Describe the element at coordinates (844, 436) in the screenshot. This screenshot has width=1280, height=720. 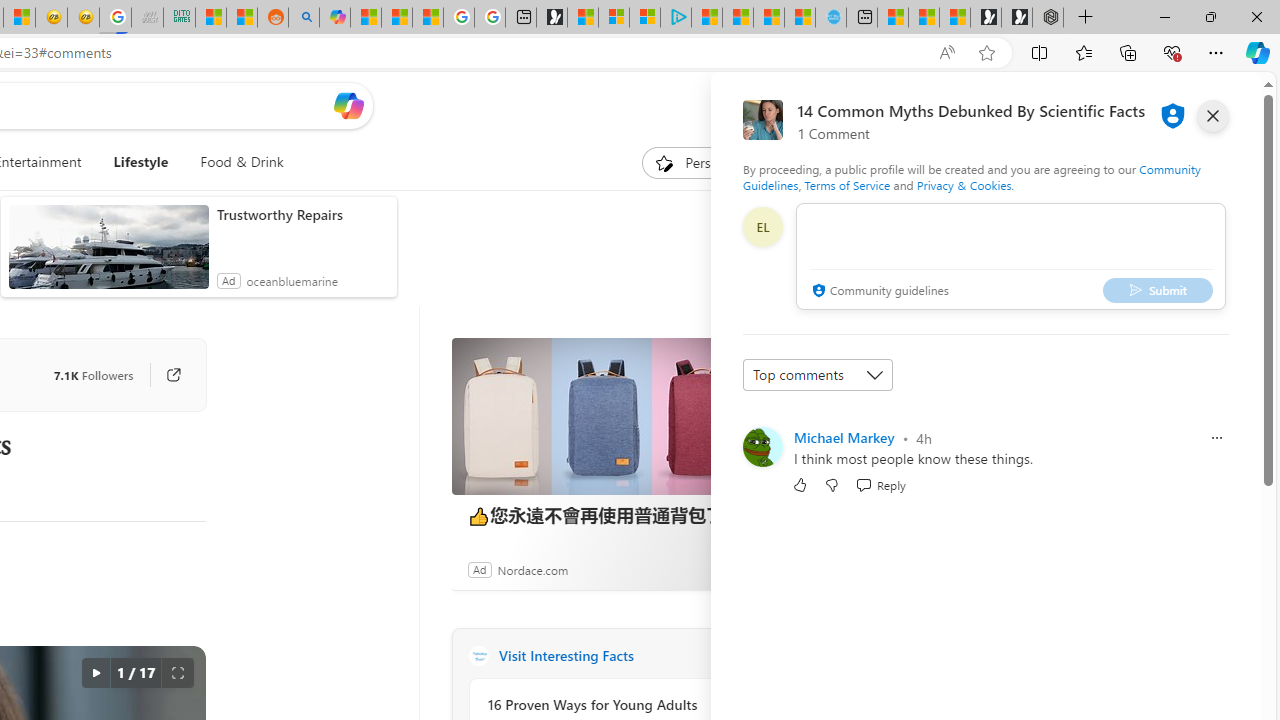
I see `'Michael Markey'` at that location.